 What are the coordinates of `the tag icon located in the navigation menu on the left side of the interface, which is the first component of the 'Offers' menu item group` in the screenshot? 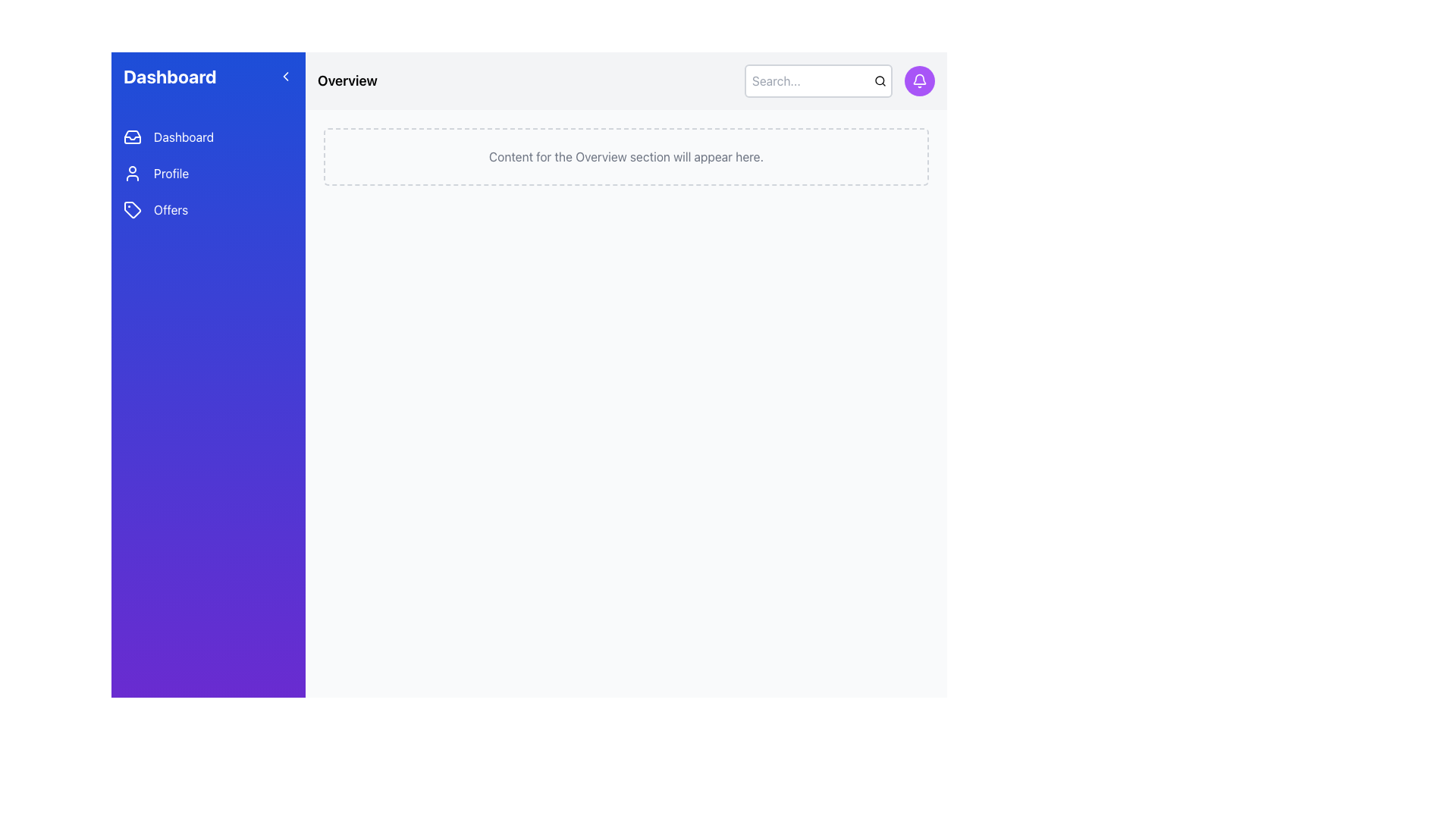 It's located at (132, 210).